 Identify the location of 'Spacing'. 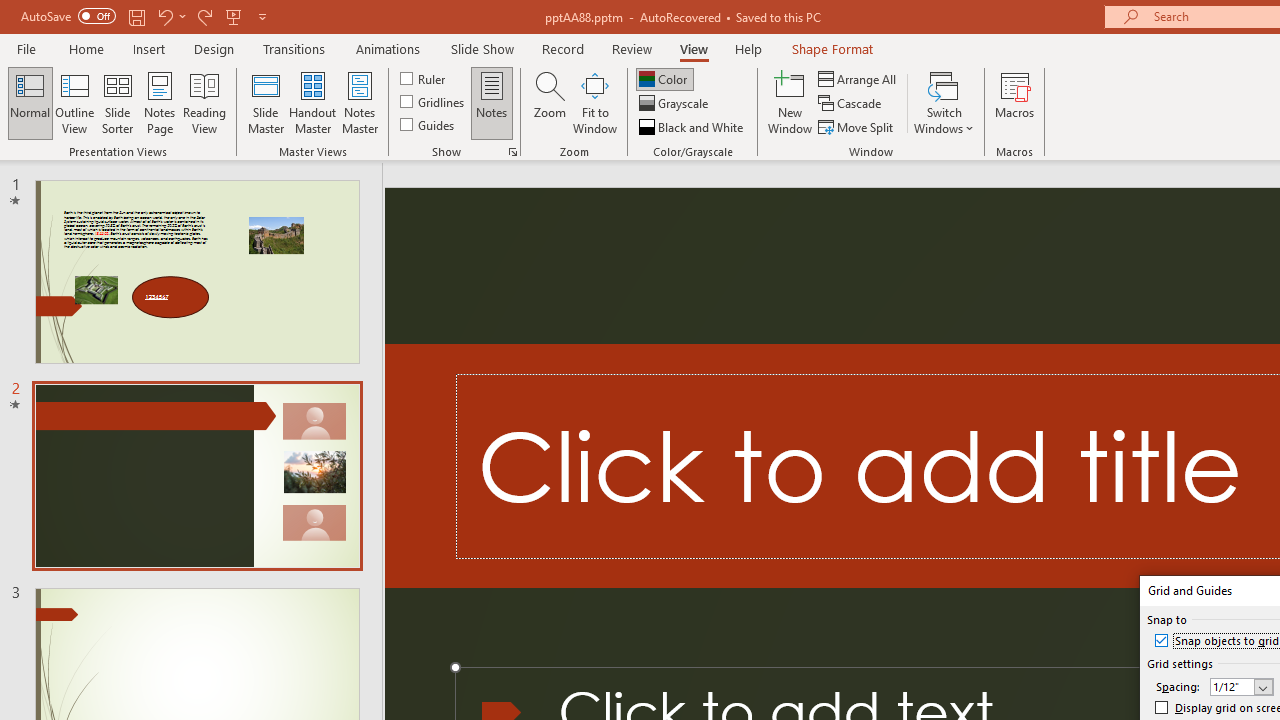
(1240, 686).